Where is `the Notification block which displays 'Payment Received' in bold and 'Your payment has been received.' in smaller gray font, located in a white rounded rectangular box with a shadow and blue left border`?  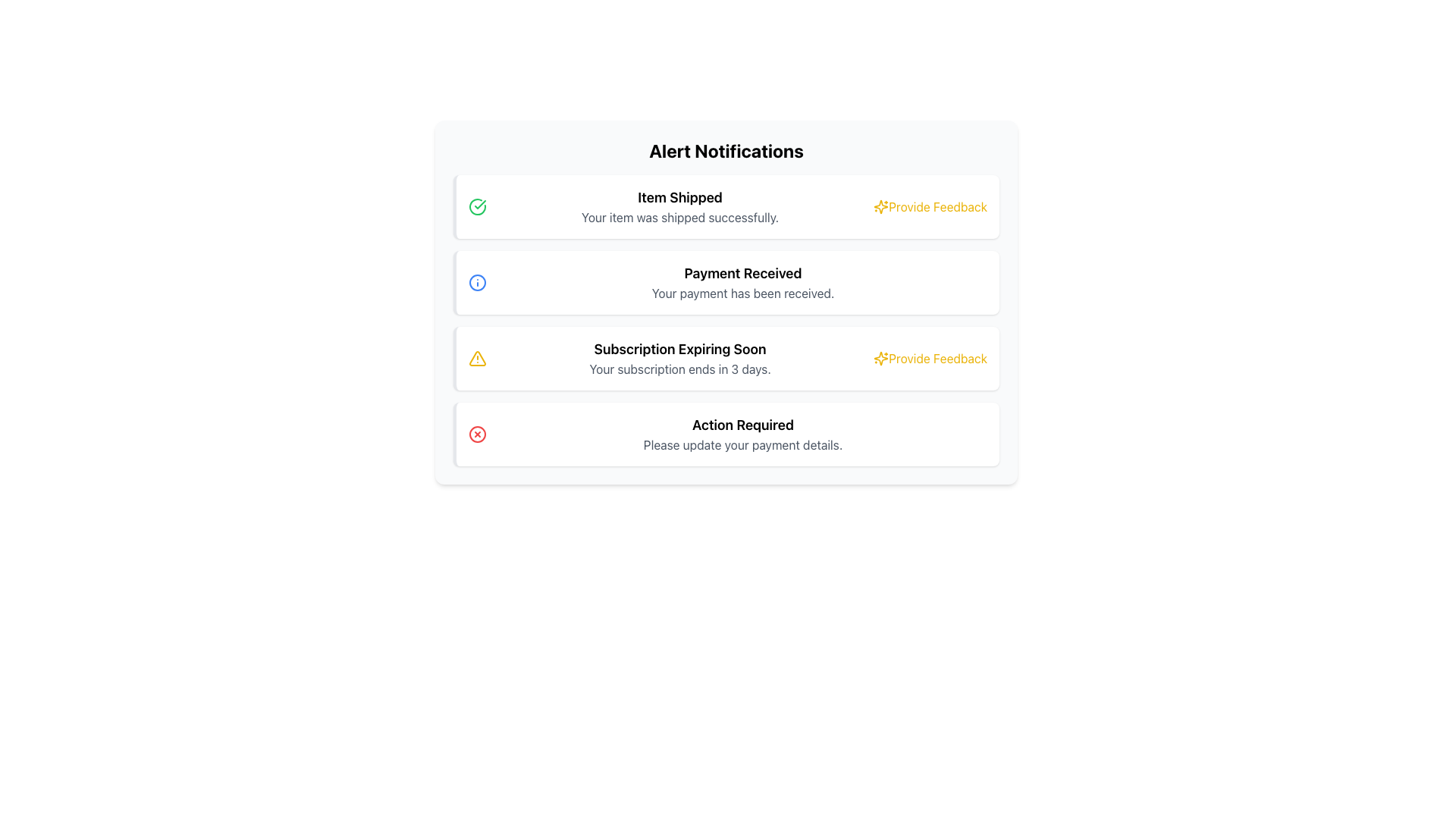
the Notification block which displays 'Payment Received' in bold and 'Your payment has been received.' in smaller gray font, located in a white rounded rectangular box with a shadow and blue left border is located at coordinates (742, 283).